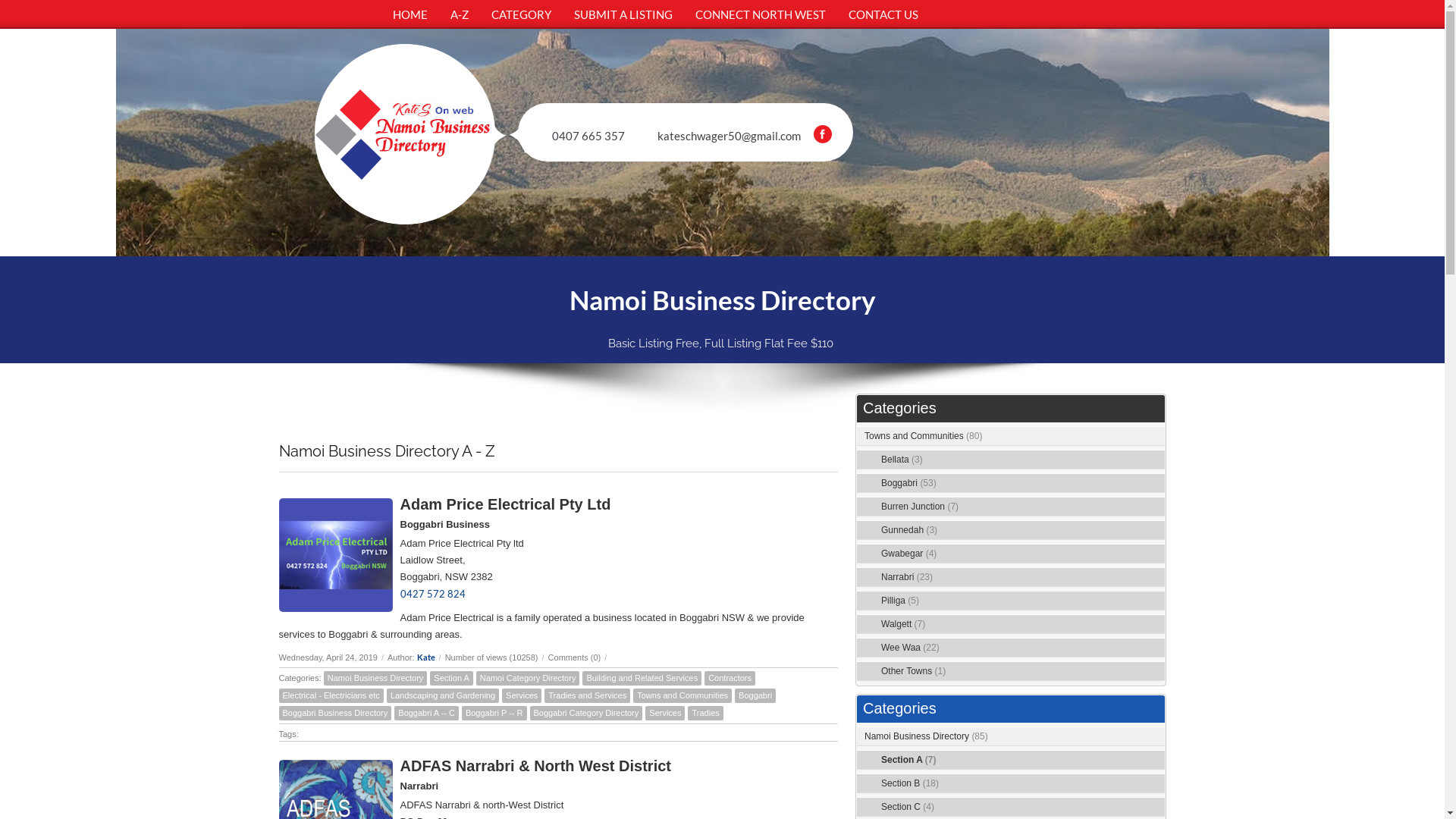 The height and width of the screenshot is (819, 1456). What do you see at coordinates (925, 736) in the screenshot?
I see `'Namoi Business Directory (85)'` at bounding box center [925, 736].